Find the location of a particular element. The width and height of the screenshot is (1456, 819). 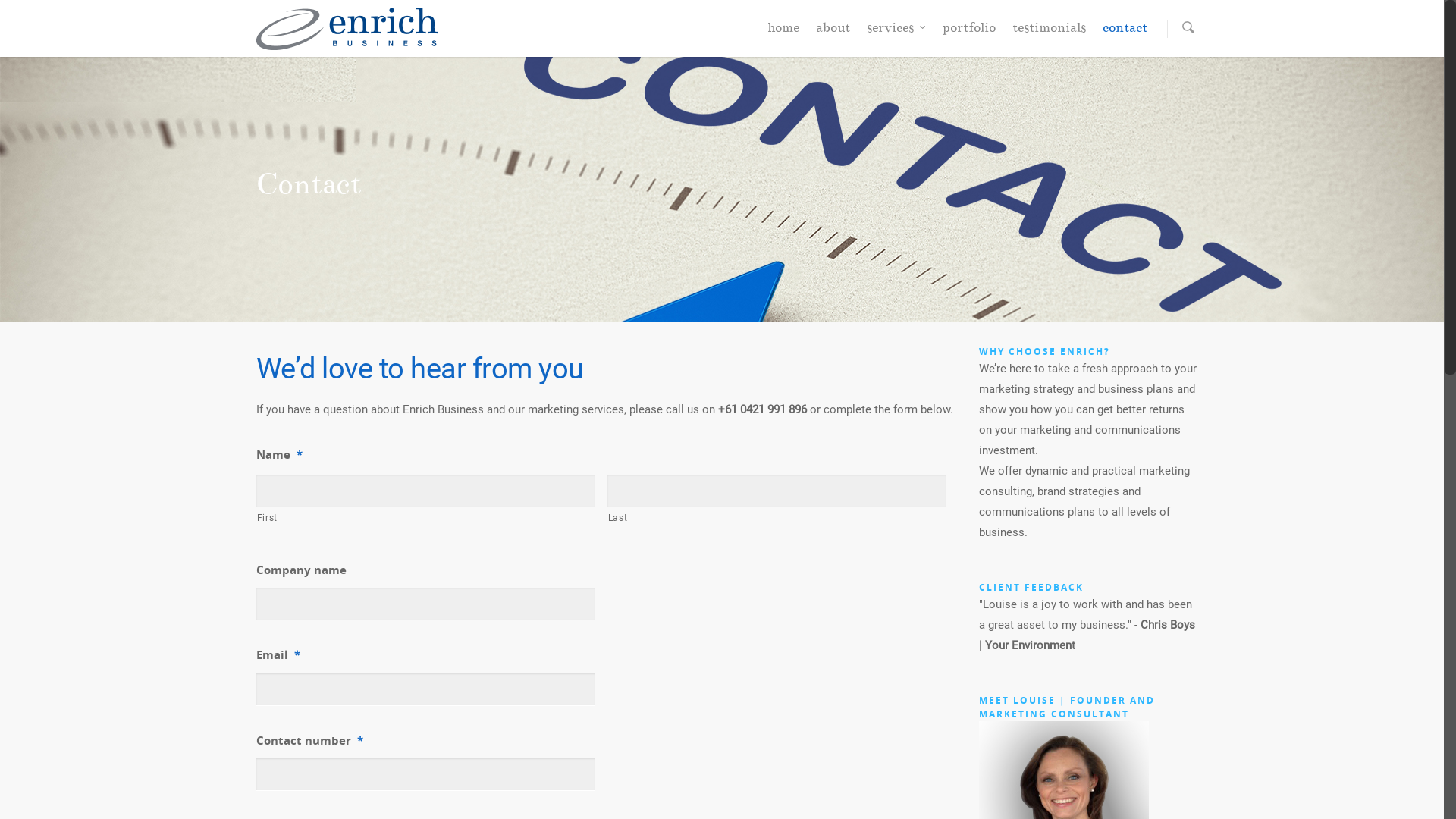

'testimonials' is located at coordinates (1004, 32).